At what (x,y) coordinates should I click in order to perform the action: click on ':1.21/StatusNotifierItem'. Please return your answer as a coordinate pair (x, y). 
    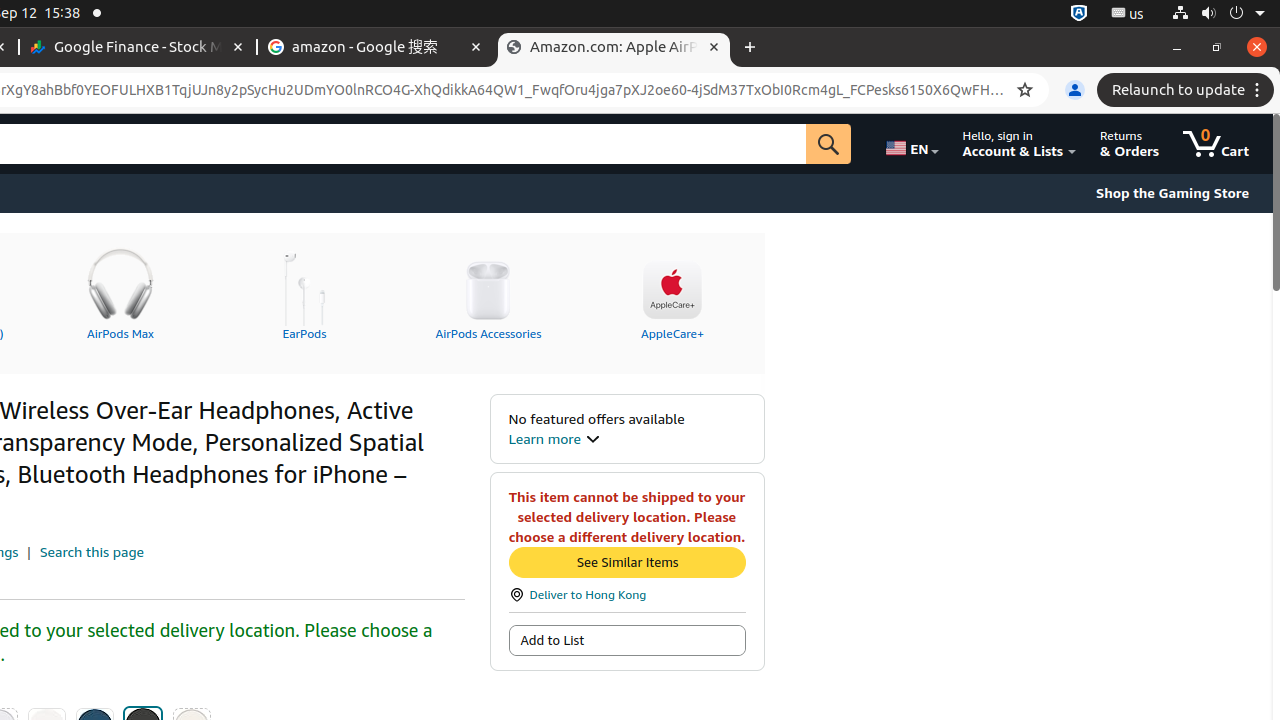
    Looking at the image, I should click on (1127, 13).